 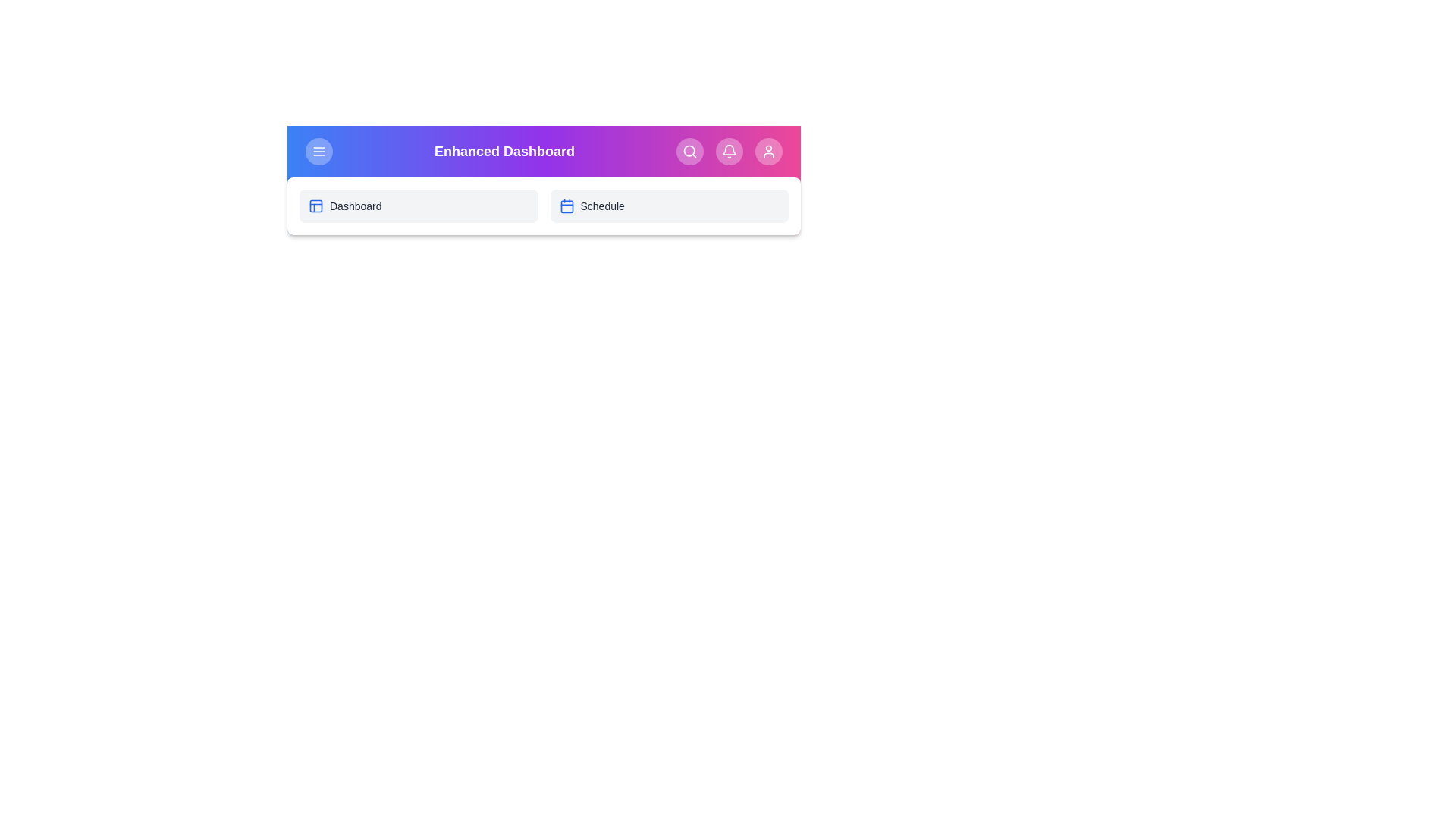 I want to click on the Profile button in the app bar, so click(x=768, y=152).